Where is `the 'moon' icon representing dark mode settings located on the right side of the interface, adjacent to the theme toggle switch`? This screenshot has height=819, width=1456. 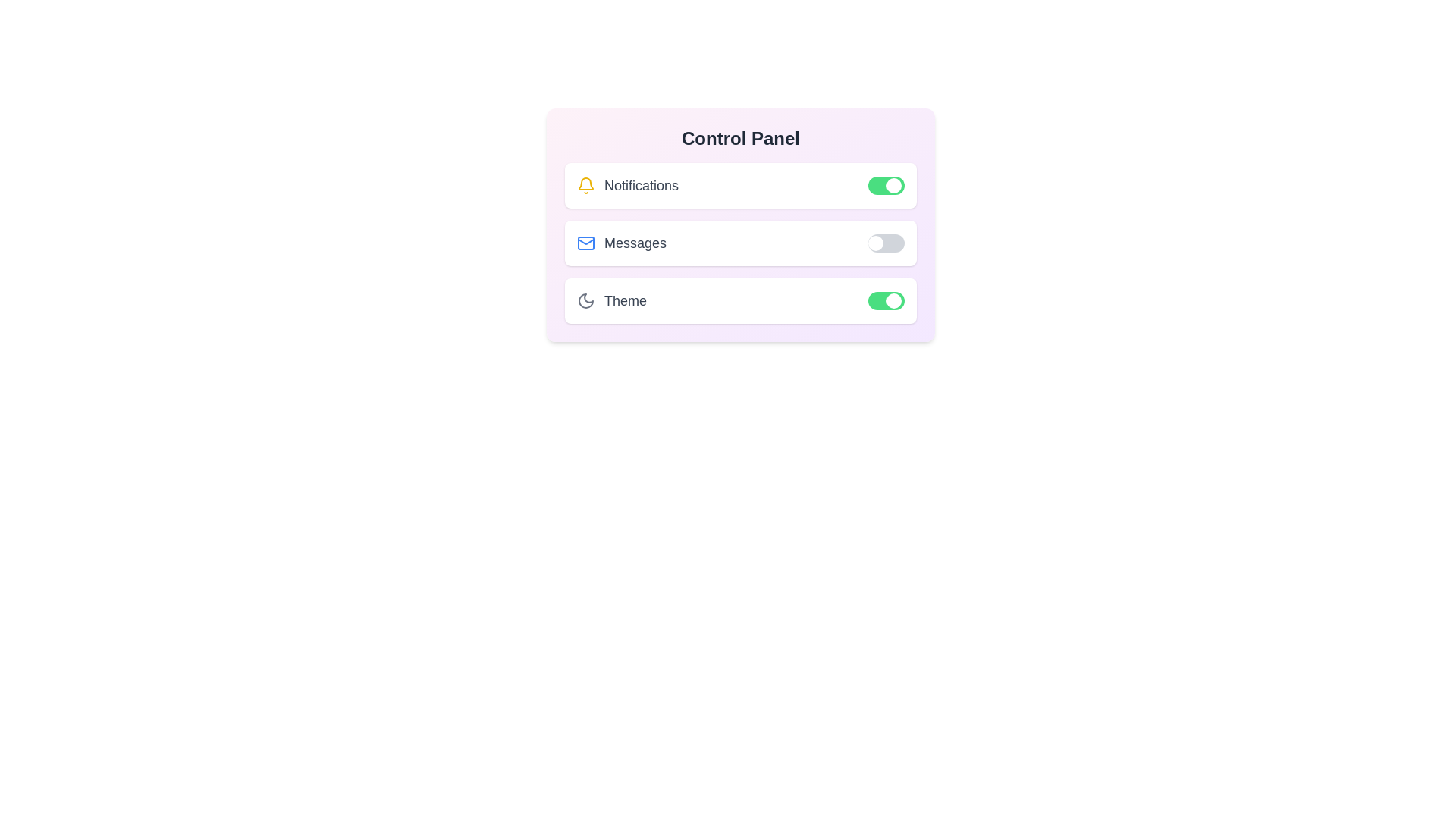 the 'moon' icon representing dark mode settings located on the right side of the interface, adjacent to the theme toggle switch is located at coordinates (585, 301).